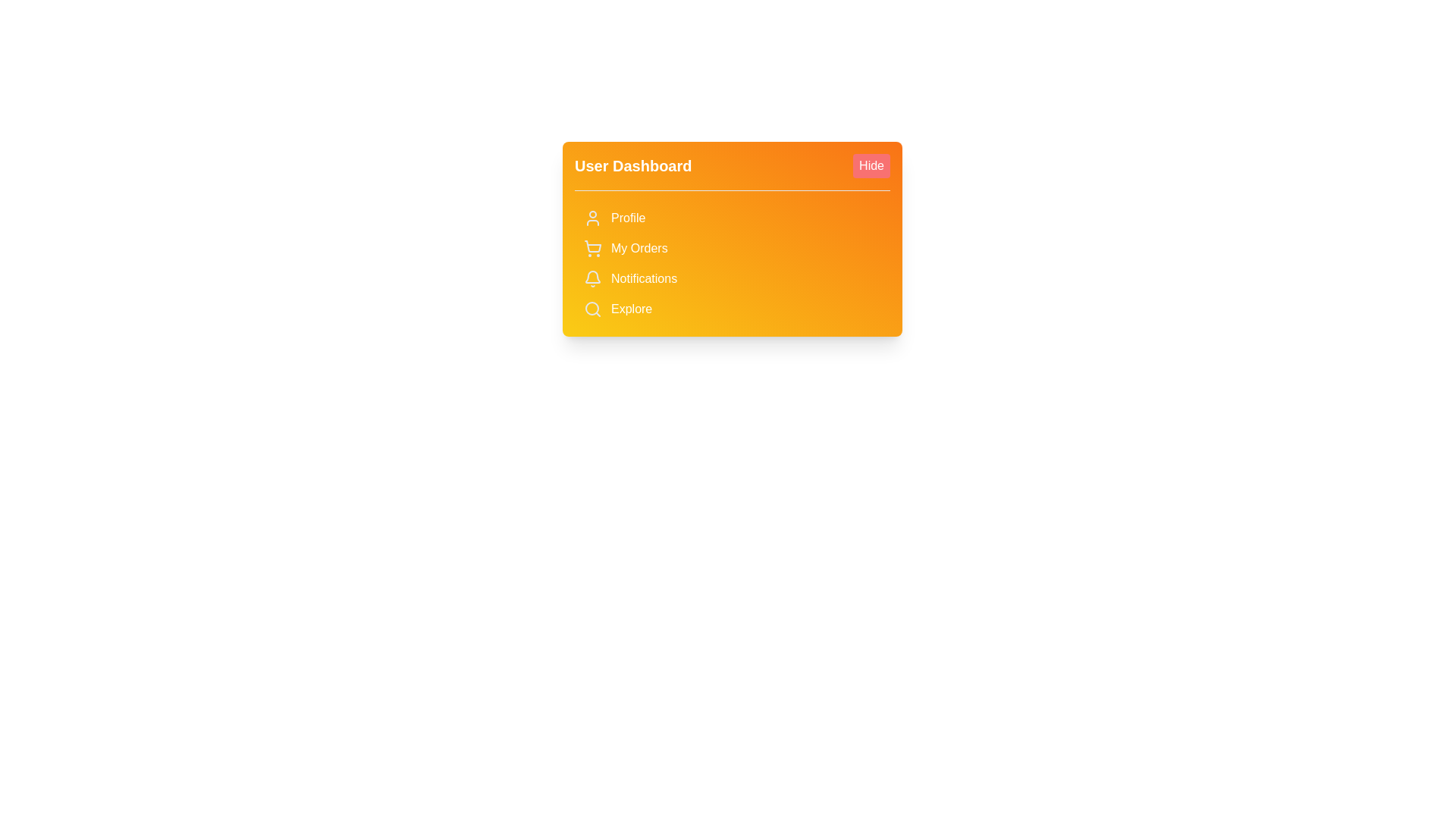  What do you see at coordinates (732, 247) in the screenshot?
I see `the 'My Orders' button to access the section` at bounding box center [732, 247].